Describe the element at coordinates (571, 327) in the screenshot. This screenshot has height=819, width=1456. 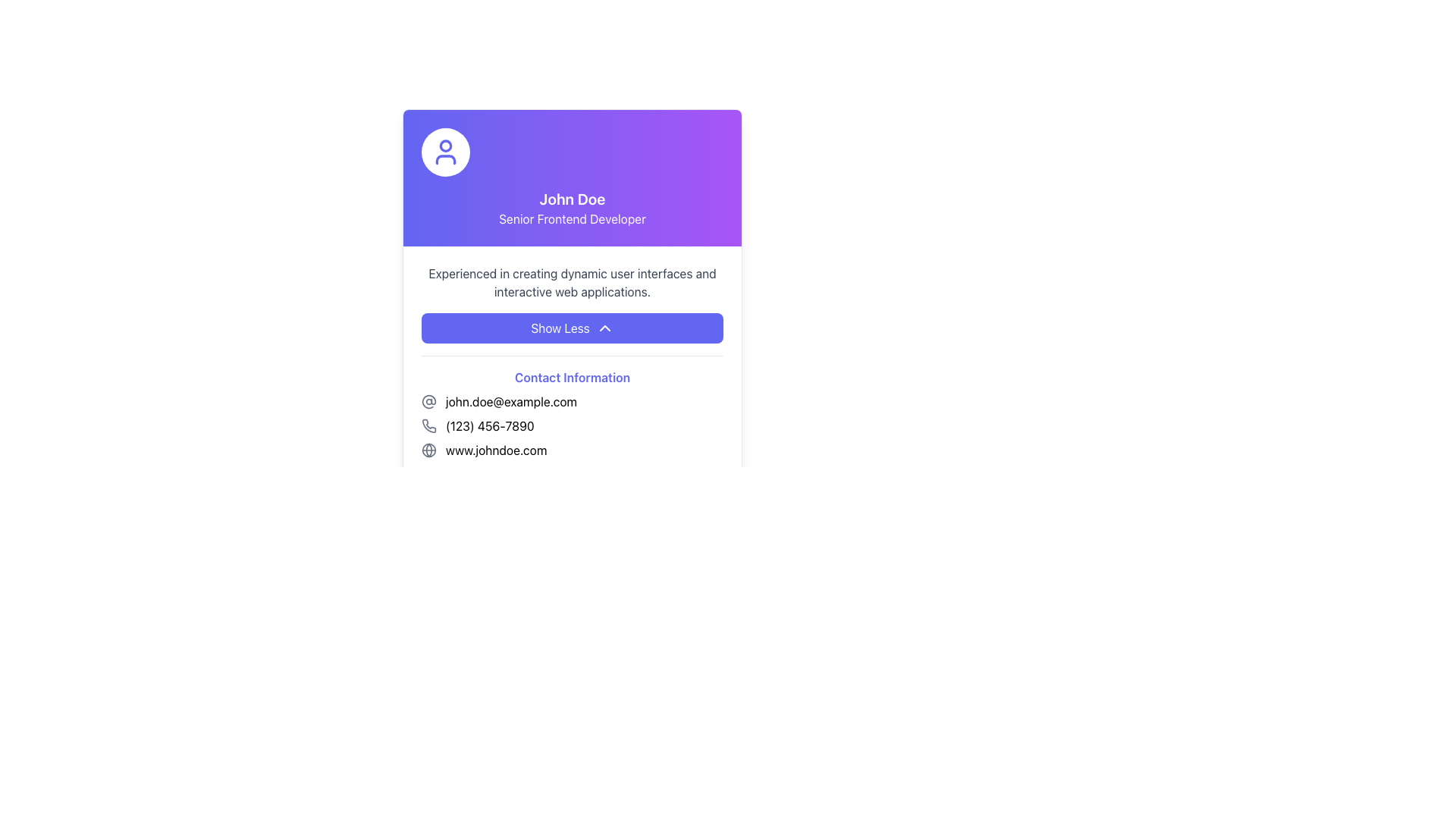
I see `the 'Show Less' button, which is a rectangular button with rounded corners, purple background, and white text, located just below the UI description and above the 'Contact Information' section` at that location.